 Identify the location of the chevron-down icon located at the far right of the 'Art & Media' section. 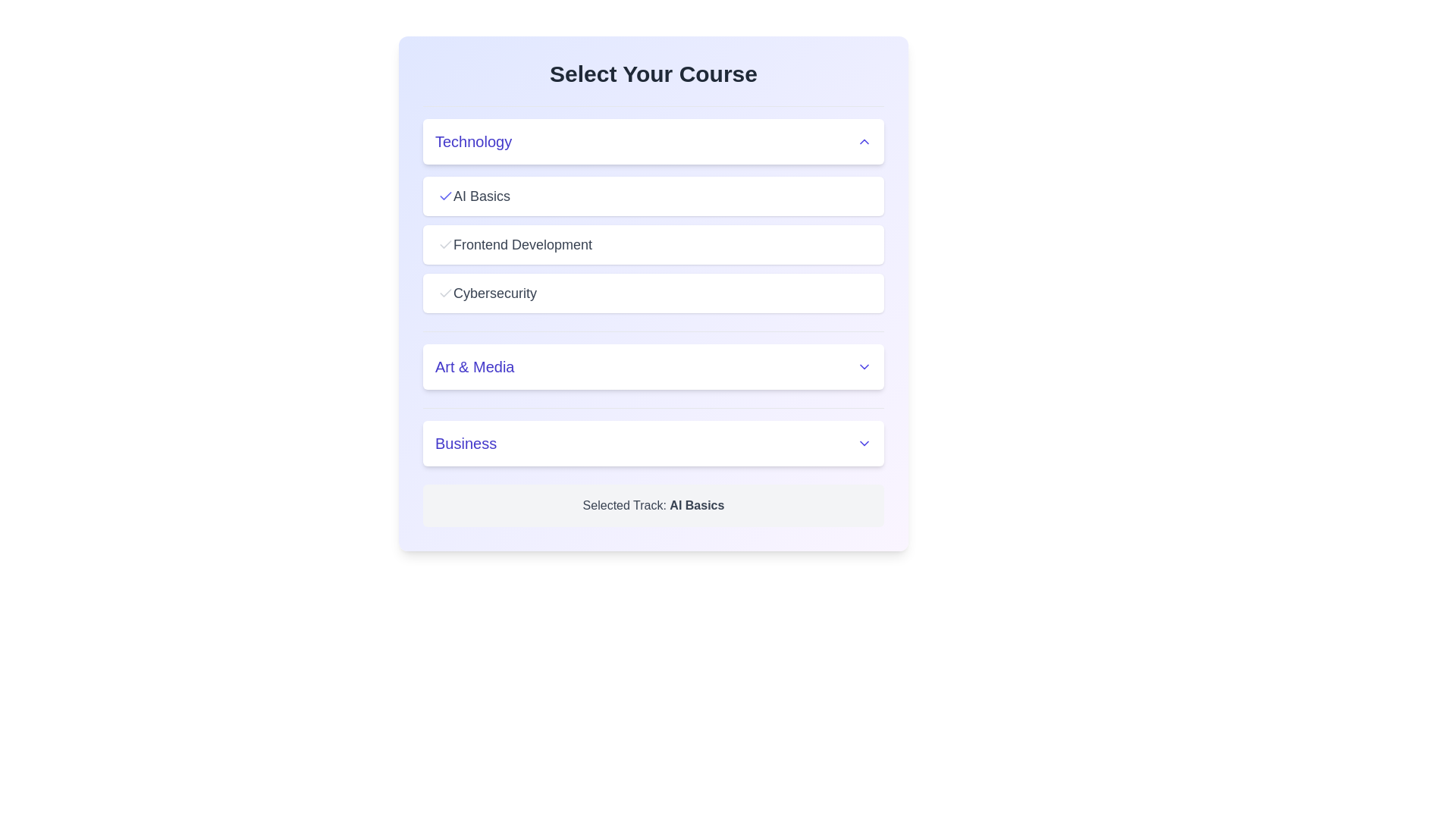
(864, 366).